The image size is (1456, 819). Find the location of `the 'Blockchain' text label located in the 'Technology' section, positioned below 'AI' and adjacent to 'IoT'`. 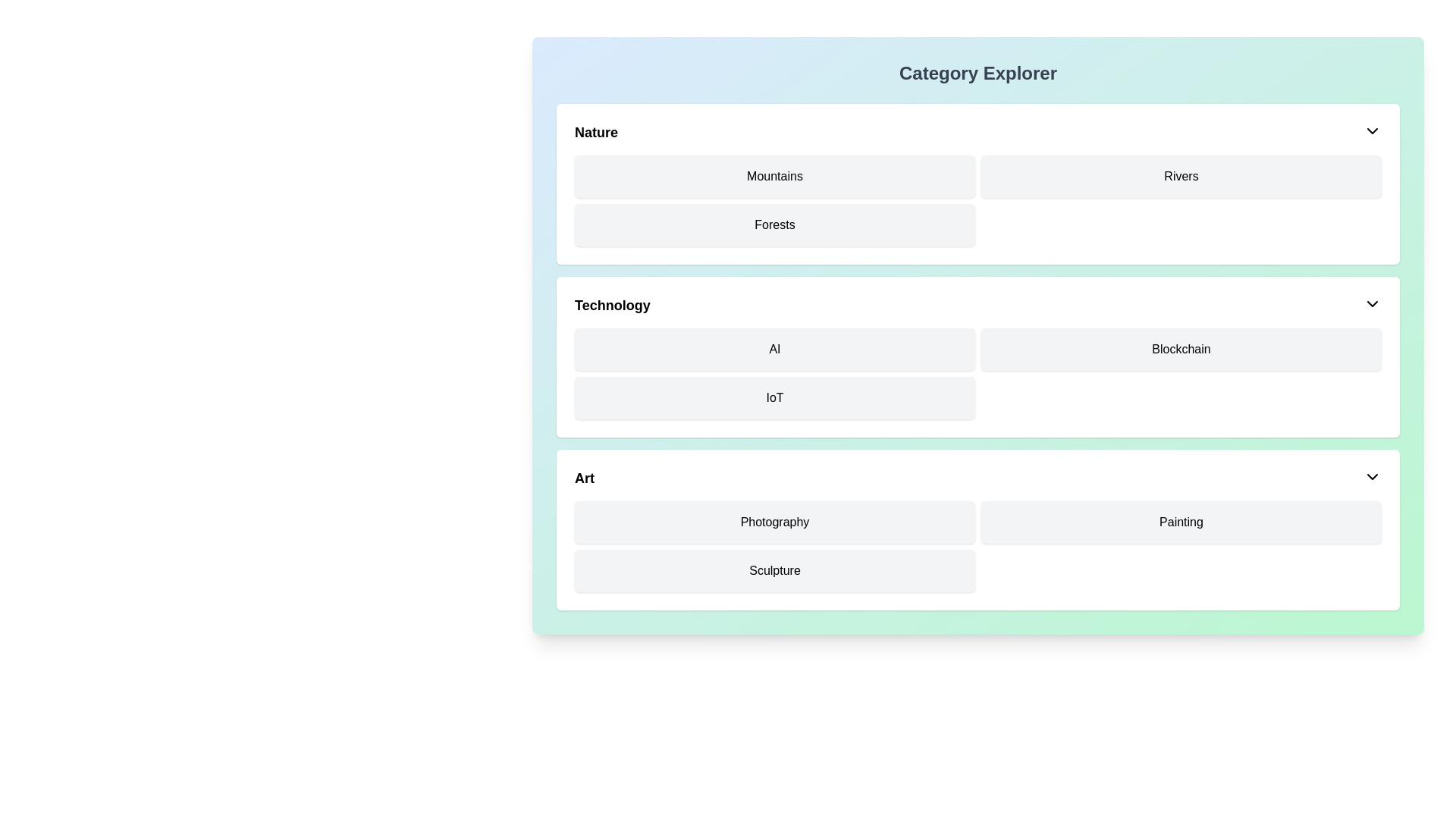

the 'Blockchain' text label located in the 'Technology' section, positioned below 'AI' and adjacent to 'IoT' is located at coordinates (1181, 350).